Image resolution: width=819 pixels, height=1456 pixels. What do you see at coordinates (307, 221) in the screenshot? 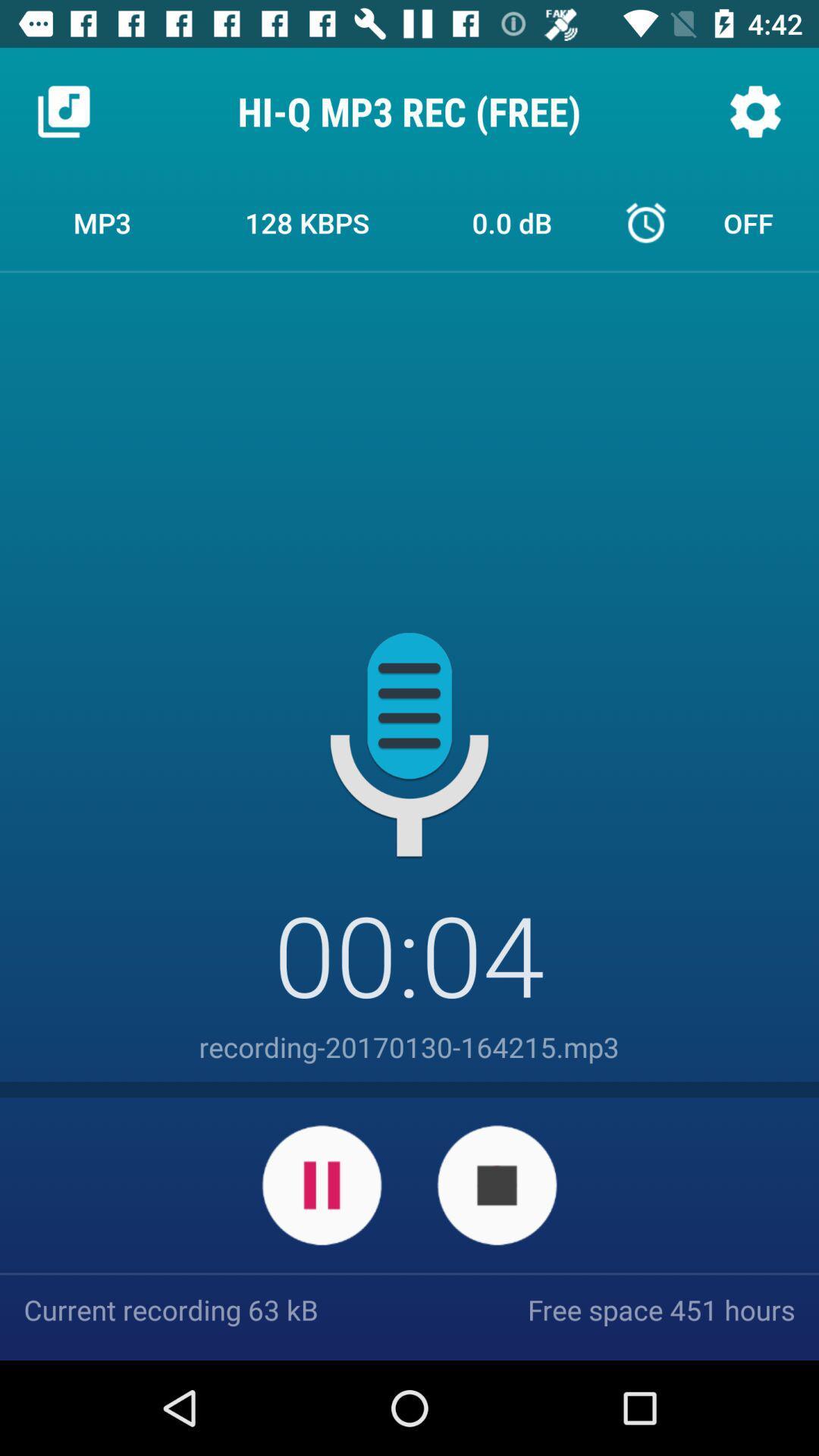
I see `128 kbps icon` at bounding box center [307, 221].